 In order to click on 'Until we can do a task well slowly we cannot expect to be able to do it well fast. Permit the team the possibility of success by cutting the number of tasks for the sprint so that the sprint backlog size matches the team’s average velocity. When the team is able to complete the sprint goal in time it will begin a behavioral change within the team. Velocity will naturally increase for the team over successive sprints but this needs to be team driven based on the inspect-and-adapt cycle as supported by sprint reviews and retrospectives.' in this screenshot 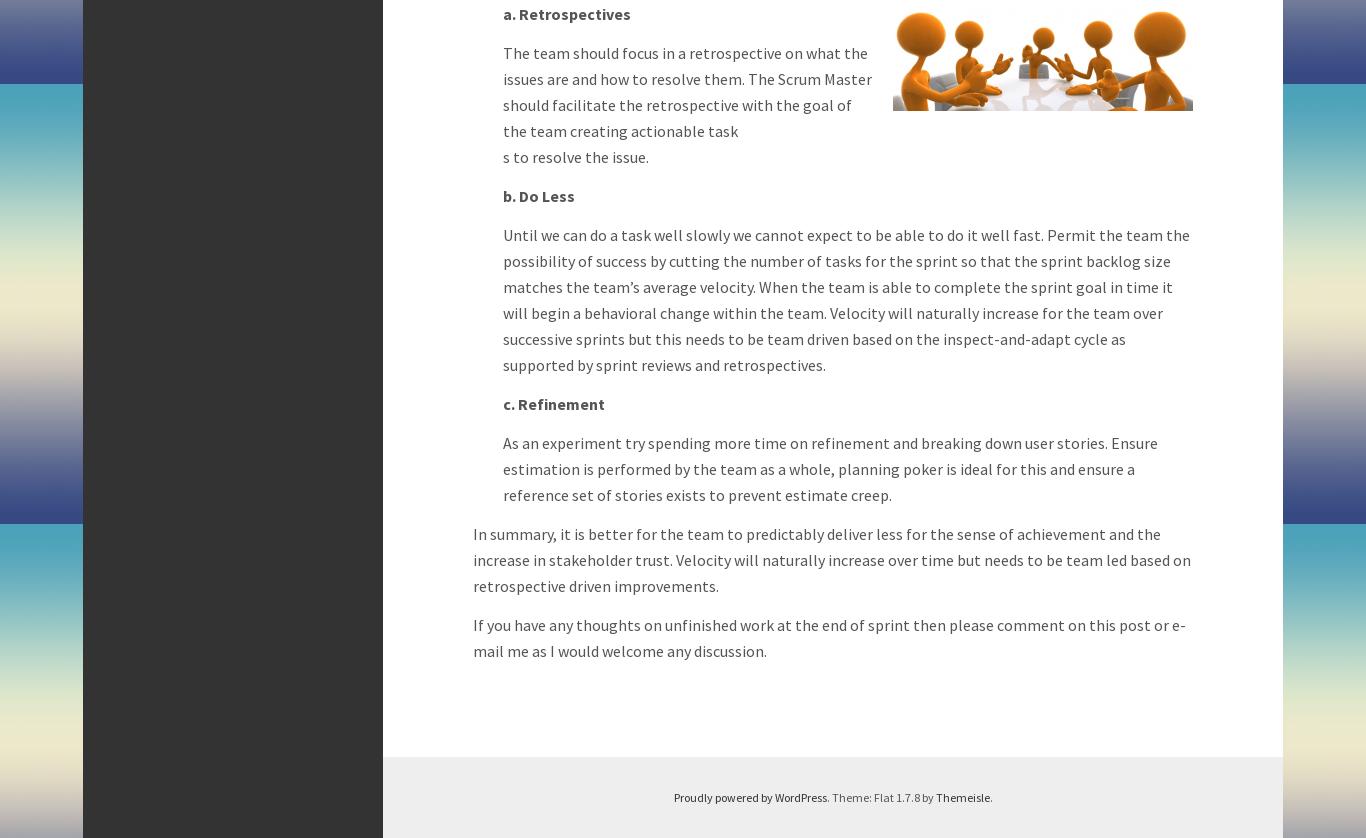, I will do `click(845, 299)`.